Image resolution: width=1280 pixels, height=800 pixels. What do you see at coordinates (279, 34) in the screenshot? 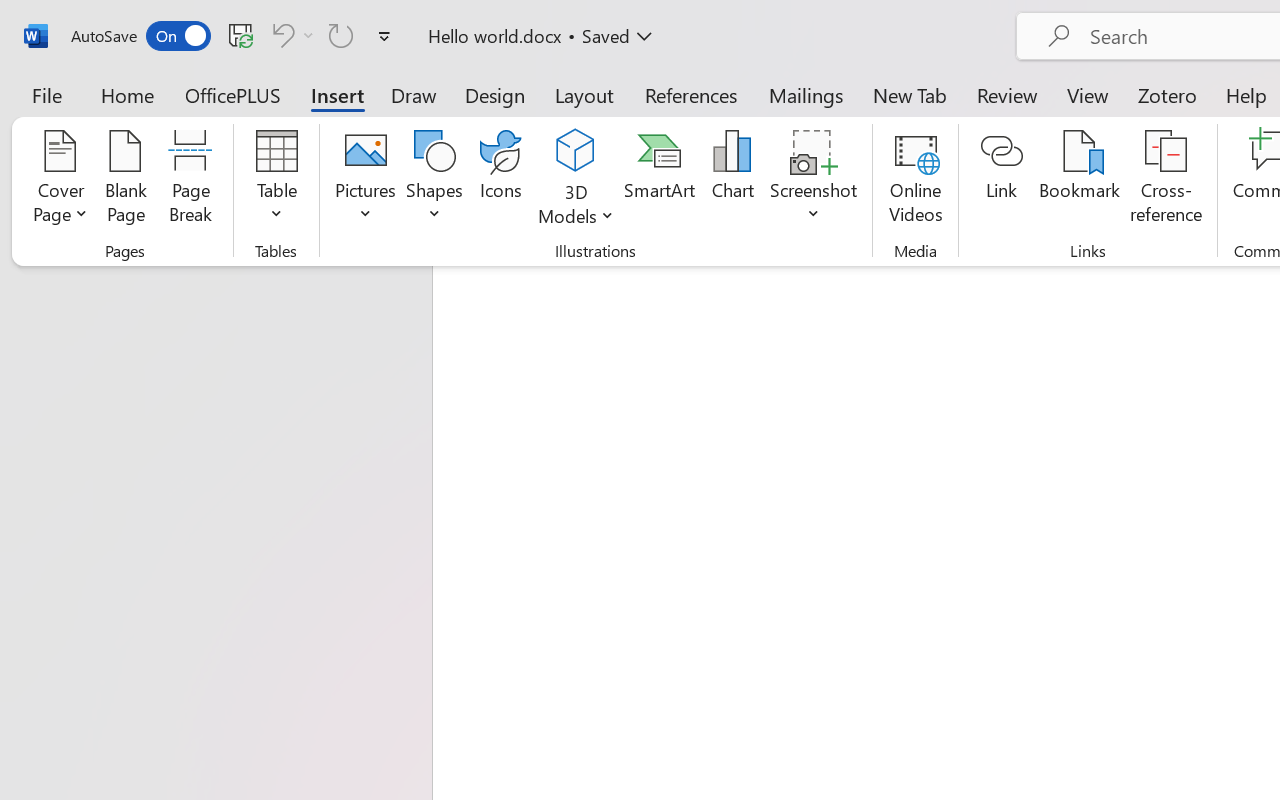
I see `'Can'` at bounding box center [279, 34].